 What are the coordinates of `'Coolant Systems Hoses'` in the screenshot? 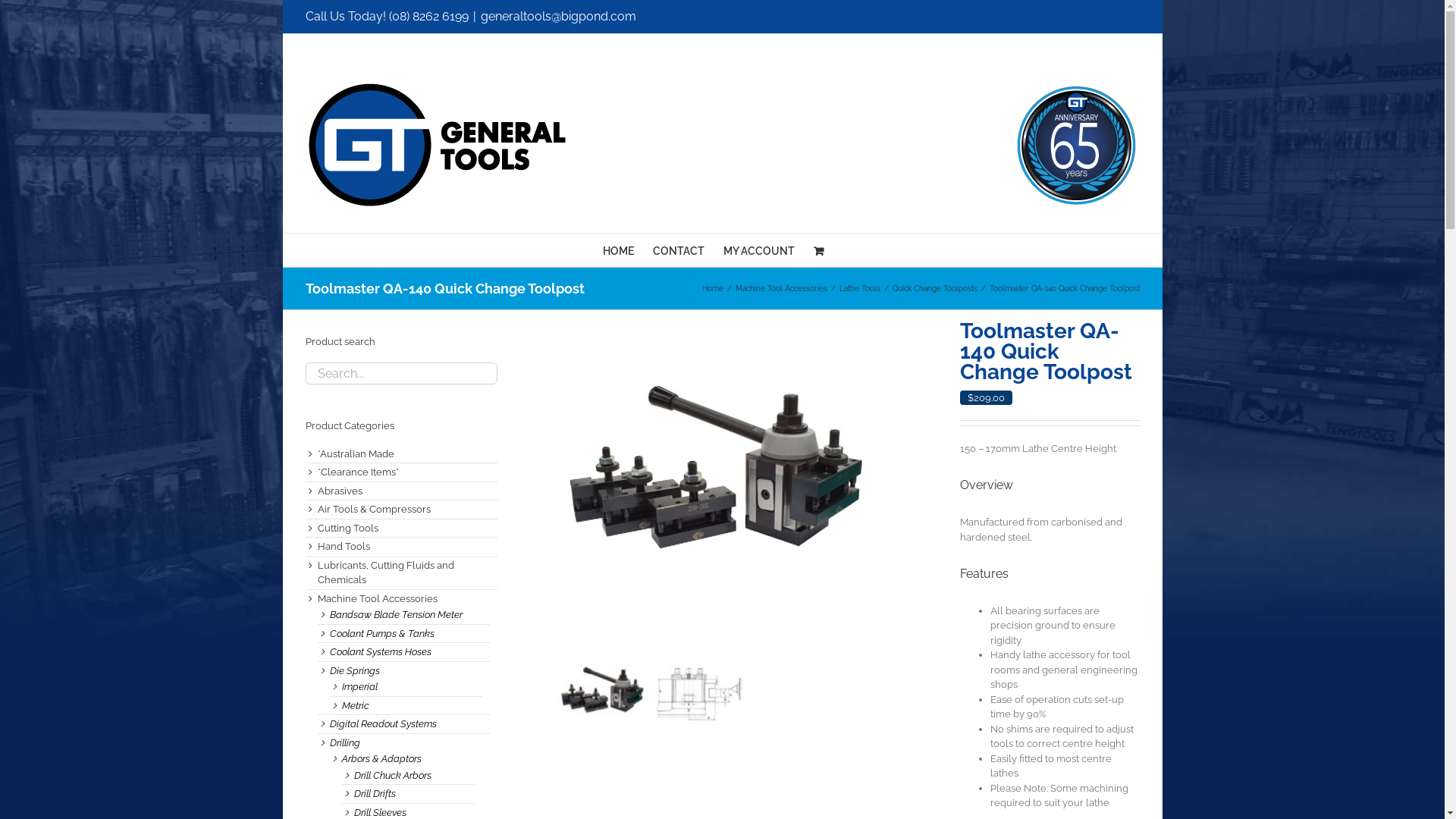 It's located at (379, 651).